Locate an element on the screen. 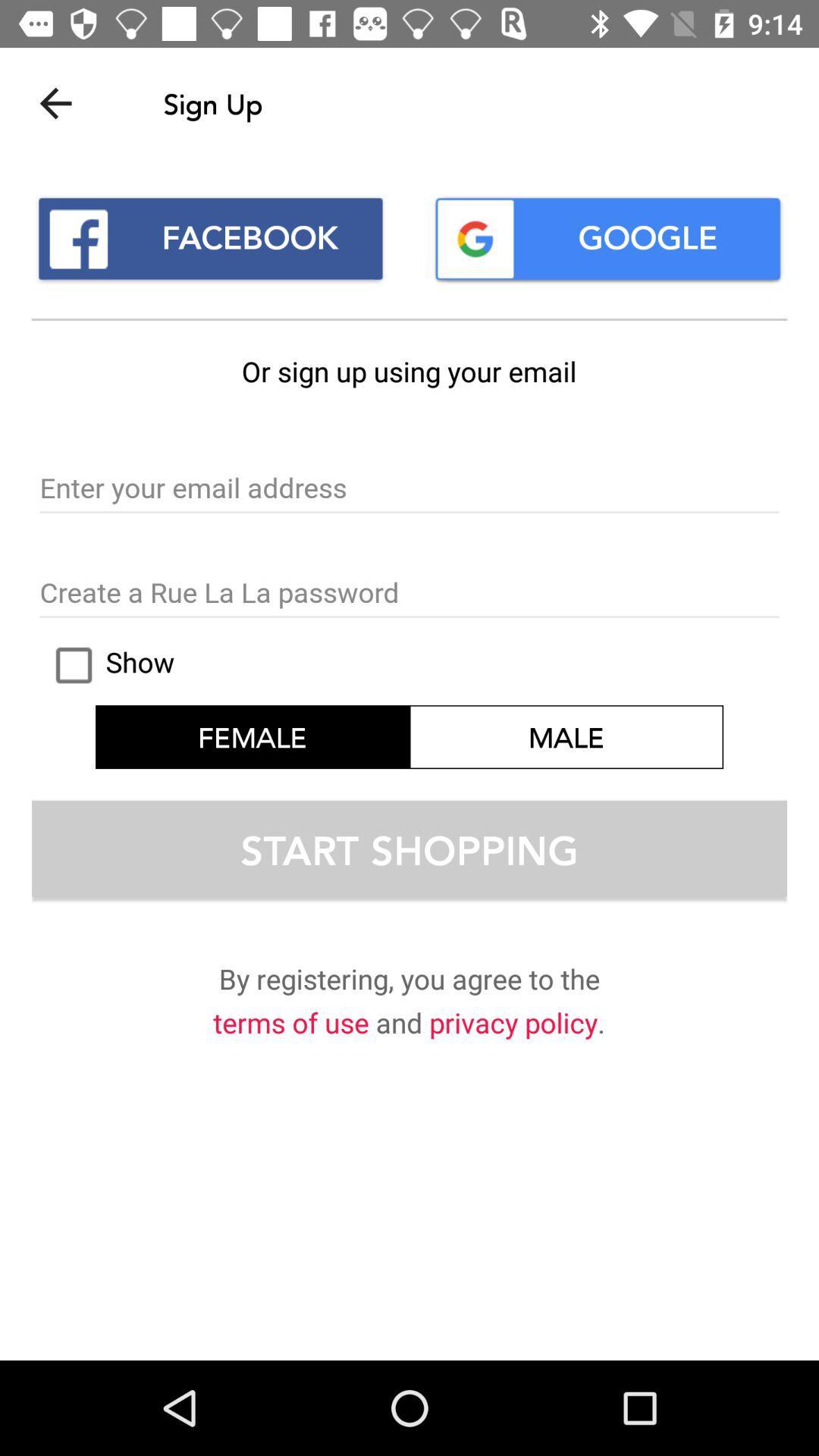 Image resolution: width=819 pixels, height=1456 pixels. your email address is located at coordinates (409, 489).